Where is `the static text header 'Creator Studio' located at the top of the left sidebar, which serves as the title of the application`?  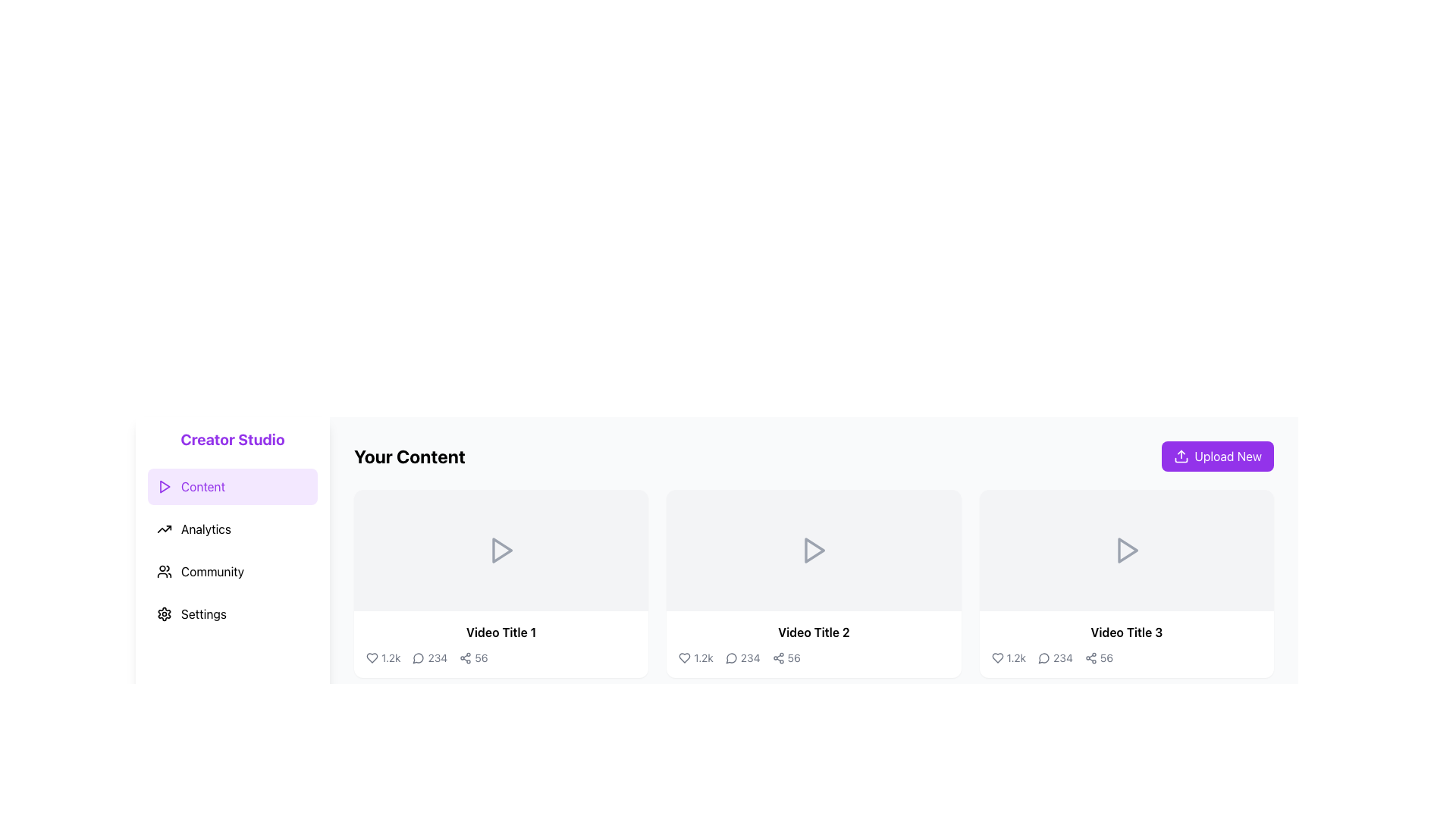
the static text header 'Creator Studio' located at the top of the left sidebar, which serves as the title of the application is located at coordinates (232, 439).